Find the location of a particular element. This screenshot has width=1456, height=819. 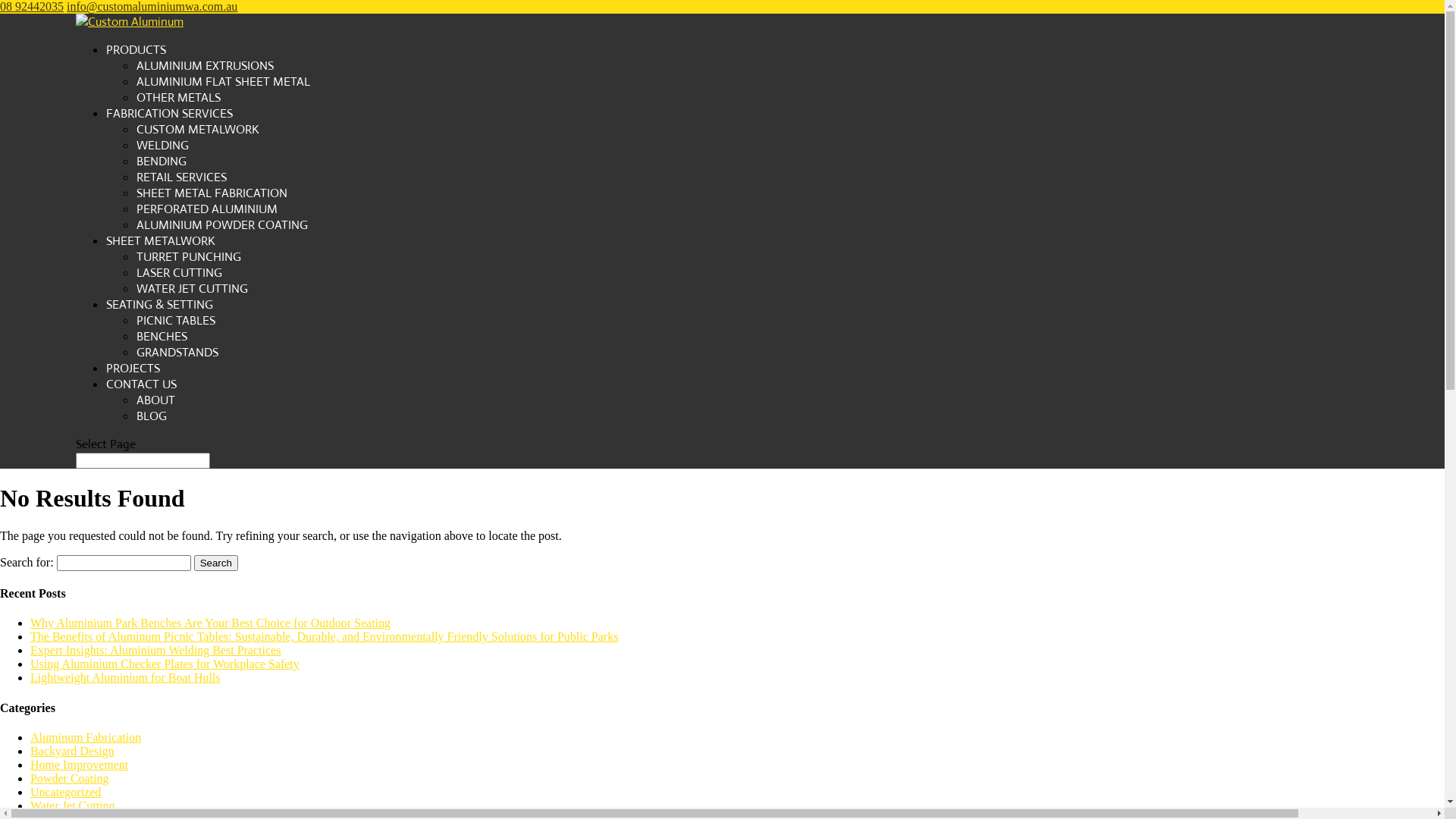

'PERFORATED ALUMINIUM' is located at coordinates (136, 209).